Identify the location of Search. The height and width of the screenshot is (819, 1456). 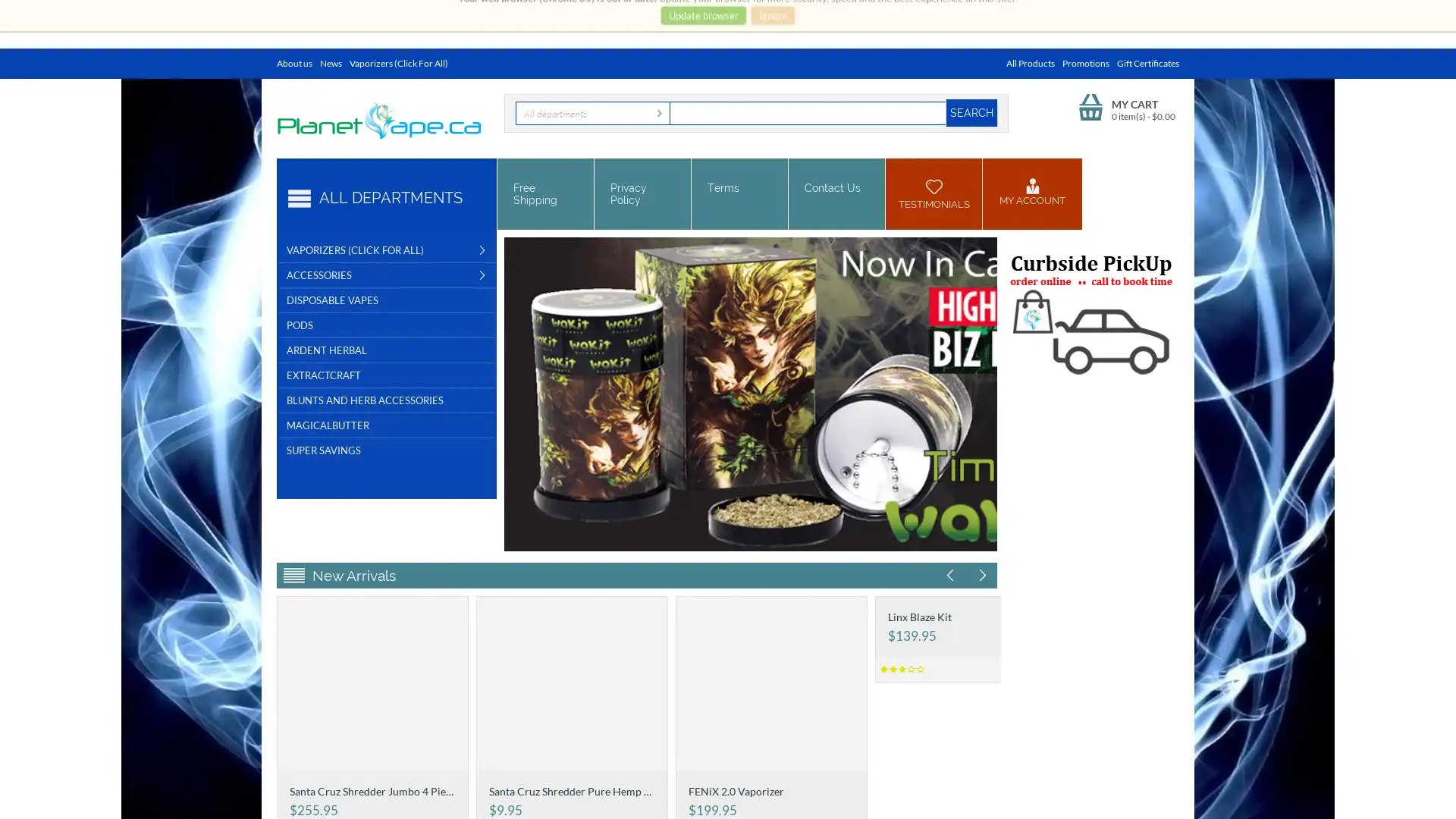
(971, 112).